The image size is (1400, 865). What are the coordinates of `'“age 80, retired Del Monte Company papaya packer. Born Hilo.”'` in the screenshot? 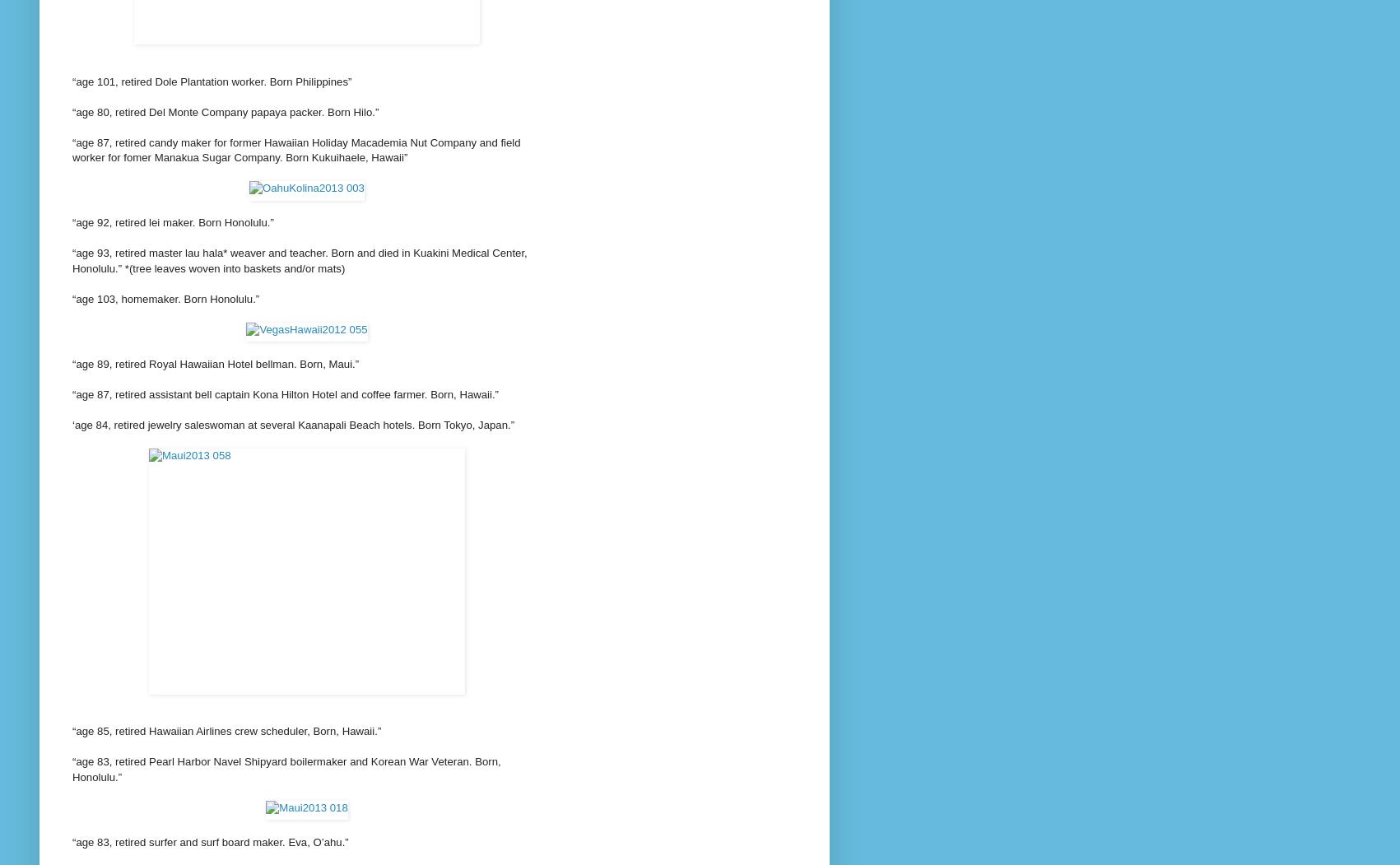 It's located at (226, 110).